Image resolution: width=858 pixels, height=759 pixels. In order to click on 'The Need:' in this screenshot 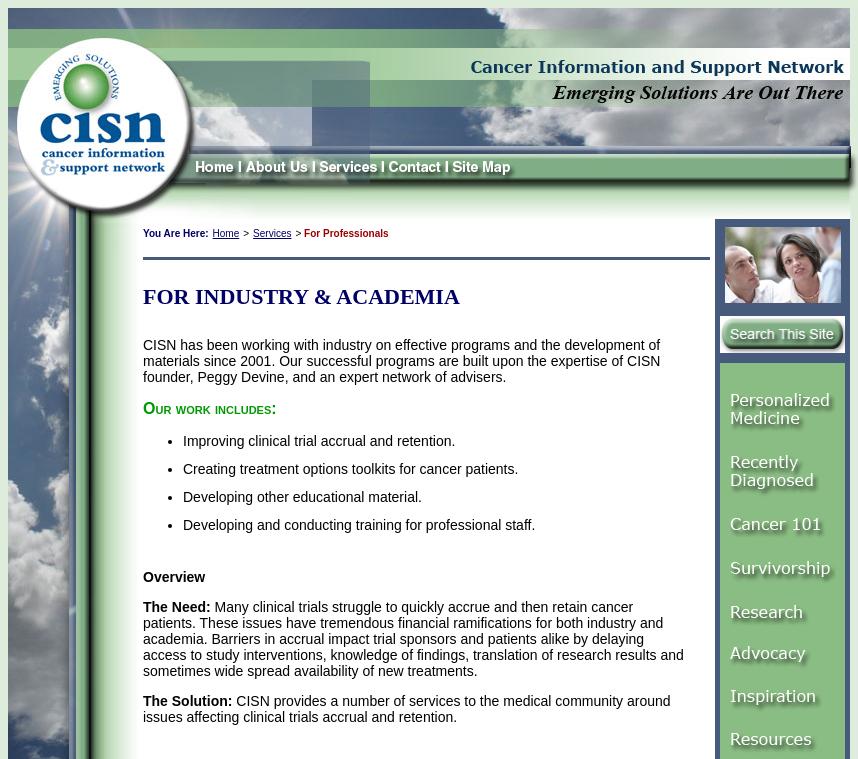, I will do `click(176, 605)`.